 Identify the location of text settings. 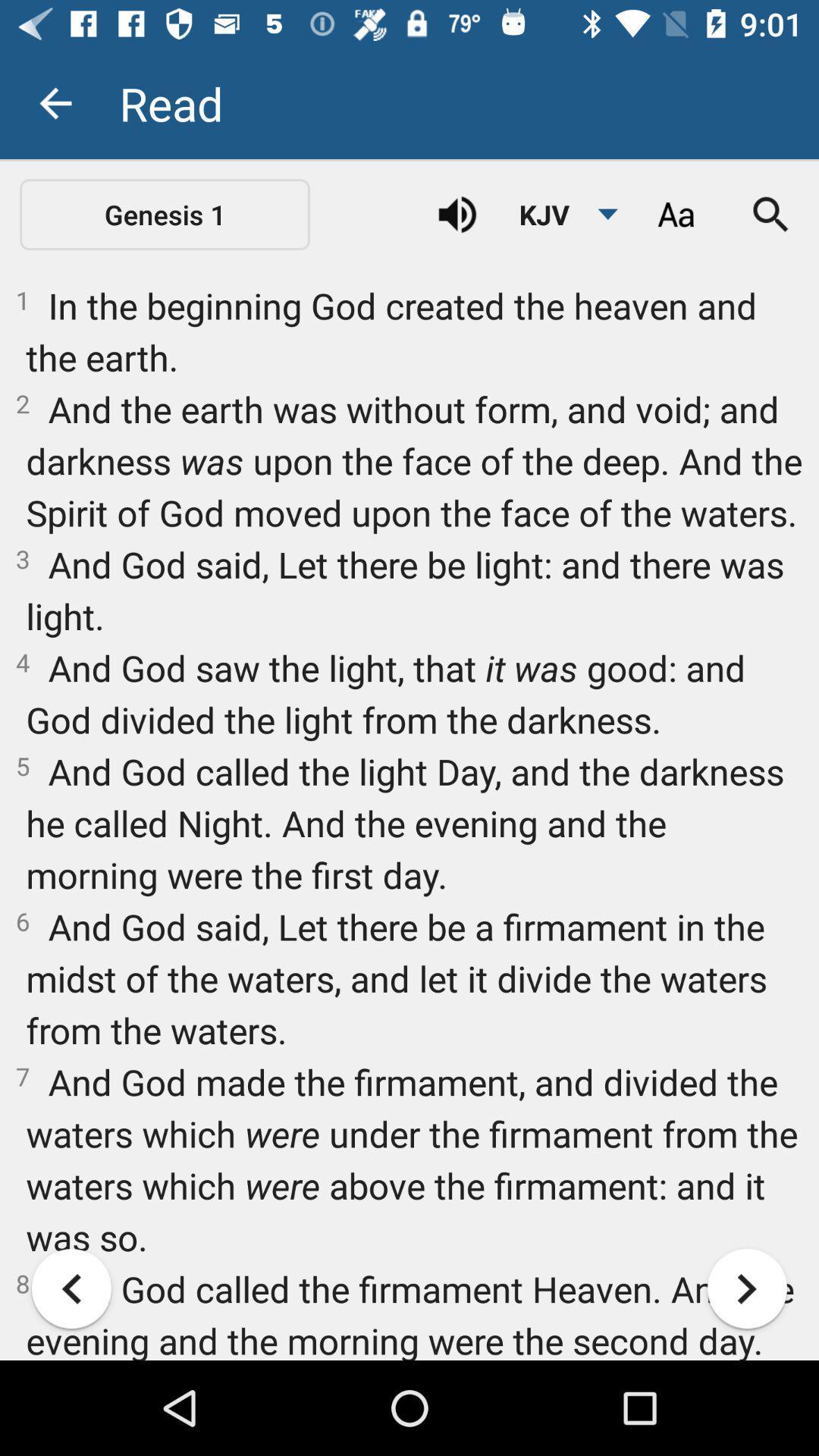
(675, 214).